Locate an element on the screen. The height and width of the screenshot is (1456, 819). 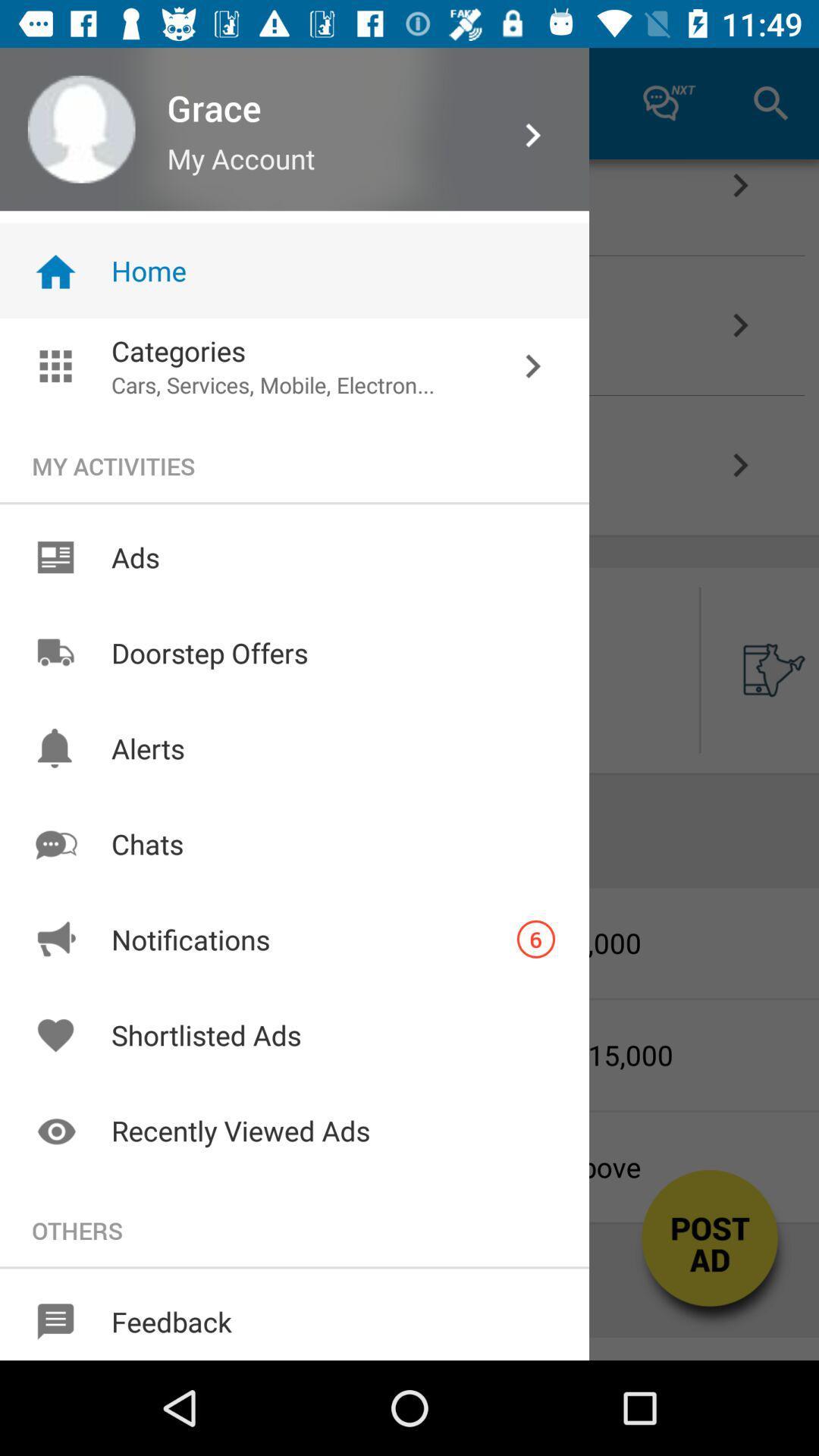
the button on the bottom right corner of the web page is located at coordinates (711, 1253).